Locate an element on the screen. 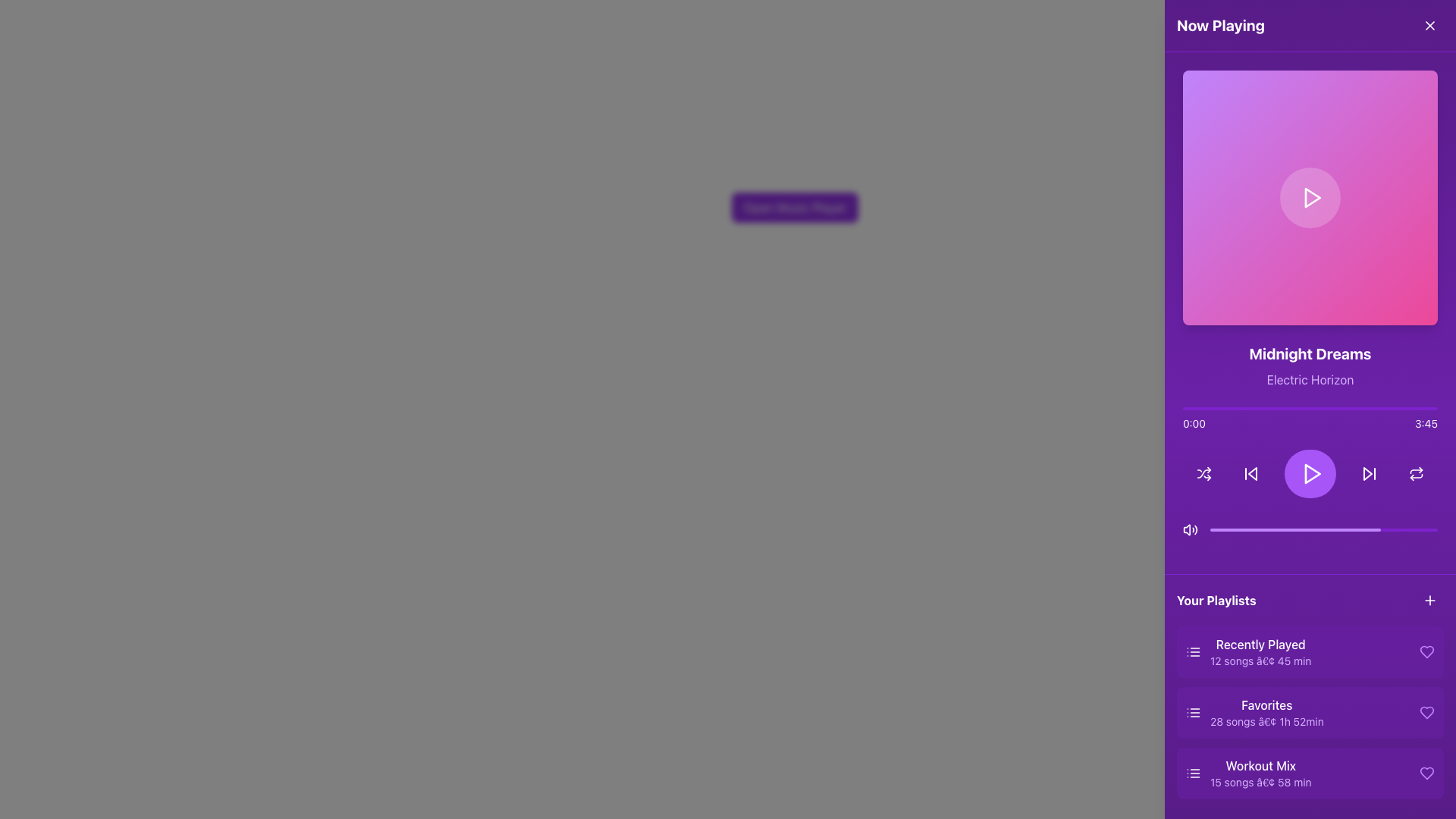 The width and height of the screenshot is (1456, 819). the list icon representing the 'Workout Mix' playlist in the 'Your Playlists' section is located at coordinates (1193, 773).